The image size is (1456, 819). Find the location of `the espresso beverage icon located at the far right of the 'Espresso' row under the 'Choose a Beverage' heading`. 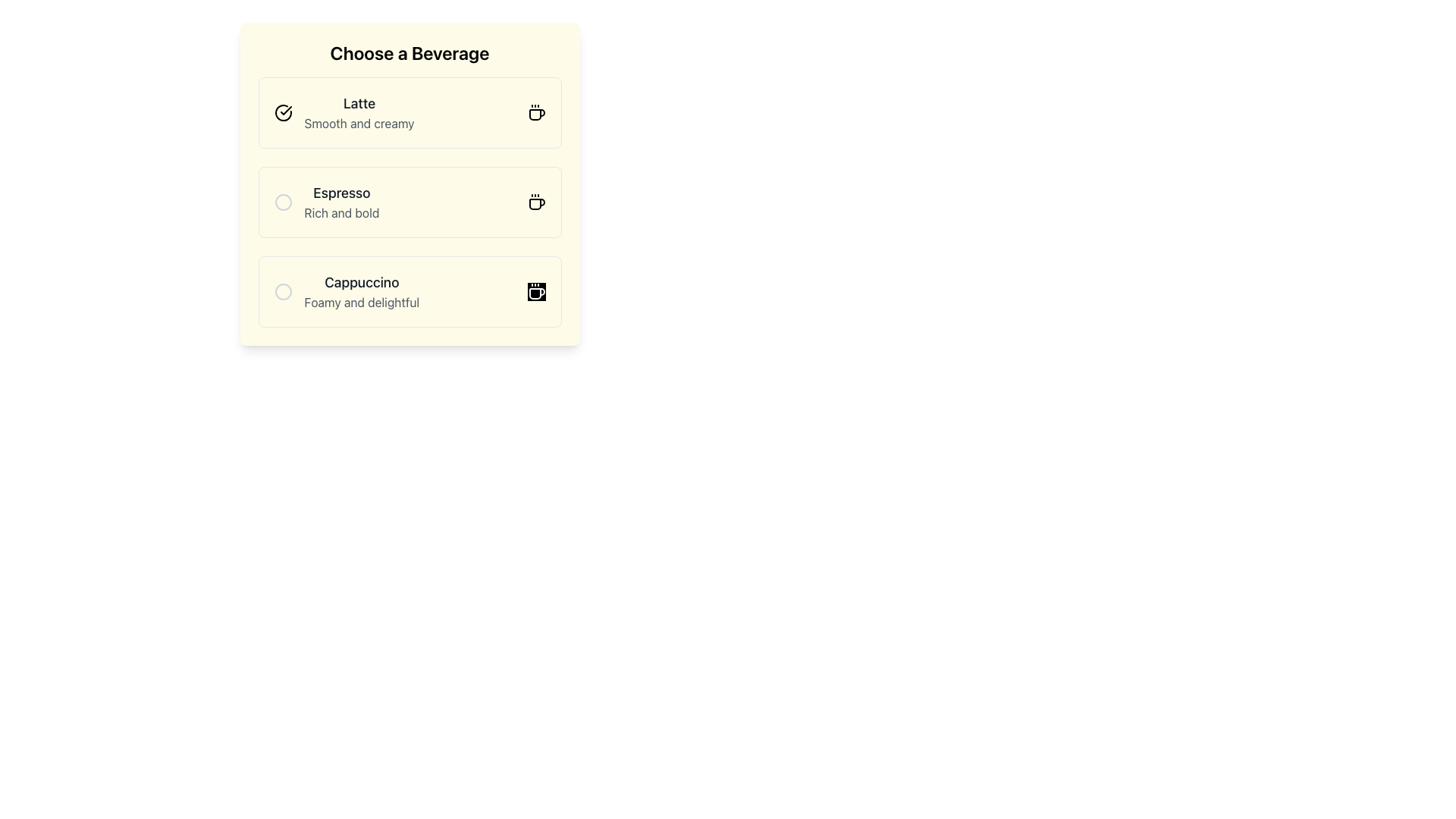

the espresso beverage icon located at the far right of the 'Espresso' row under the 'Choose a Beverage' heading is located at coordinates (537, 203).